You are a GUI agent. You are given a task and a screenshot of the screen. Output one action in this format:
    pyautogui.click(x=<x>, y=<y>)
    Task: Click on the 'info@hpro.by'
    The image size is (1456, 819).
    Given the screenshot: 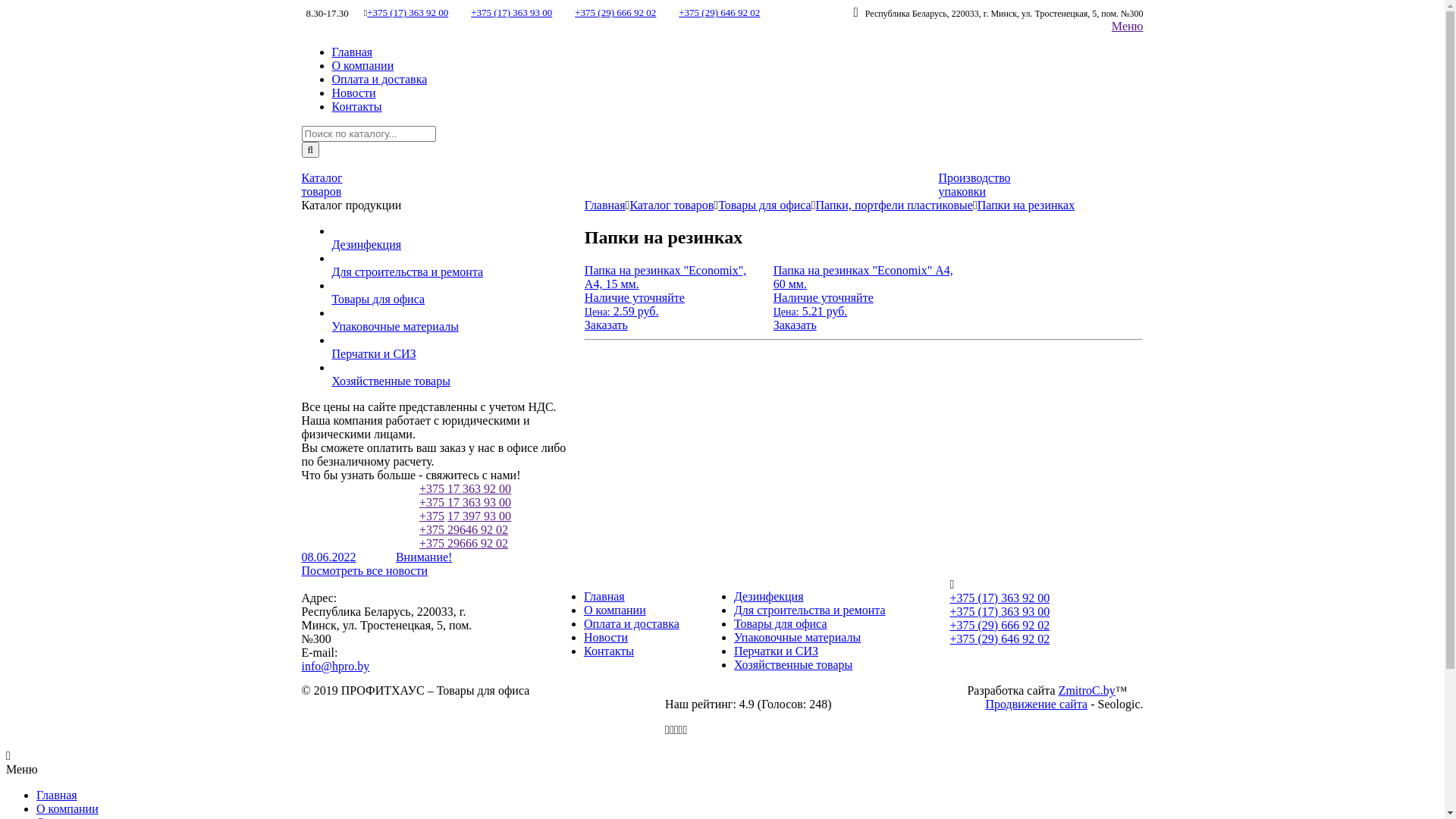 What is the action you would take?
    pyautogui.click(x=334, y=665)
    